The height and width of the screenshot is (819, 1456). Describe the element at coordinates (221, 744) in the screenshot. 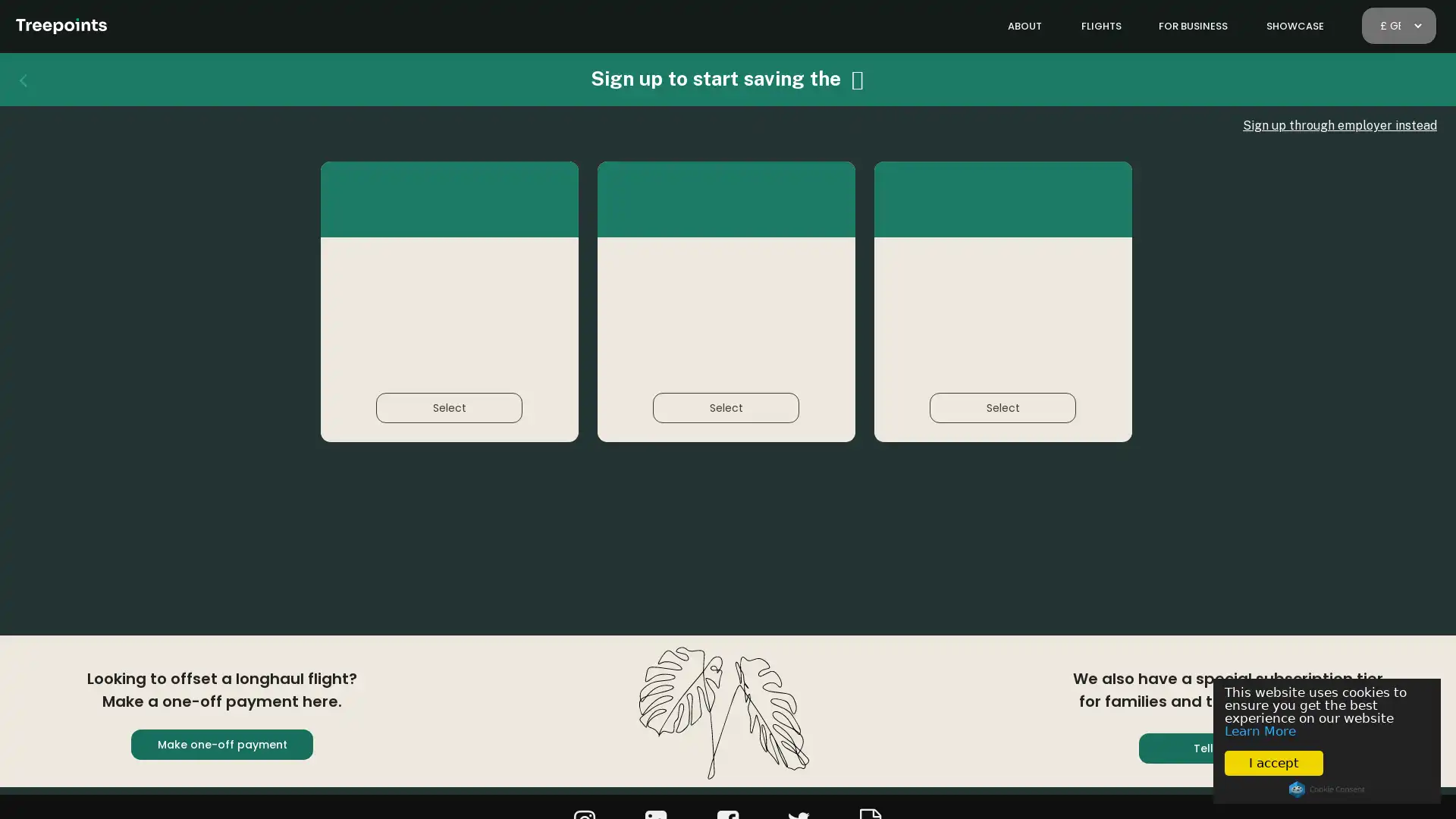

I see `Make one-off payment` at that location.